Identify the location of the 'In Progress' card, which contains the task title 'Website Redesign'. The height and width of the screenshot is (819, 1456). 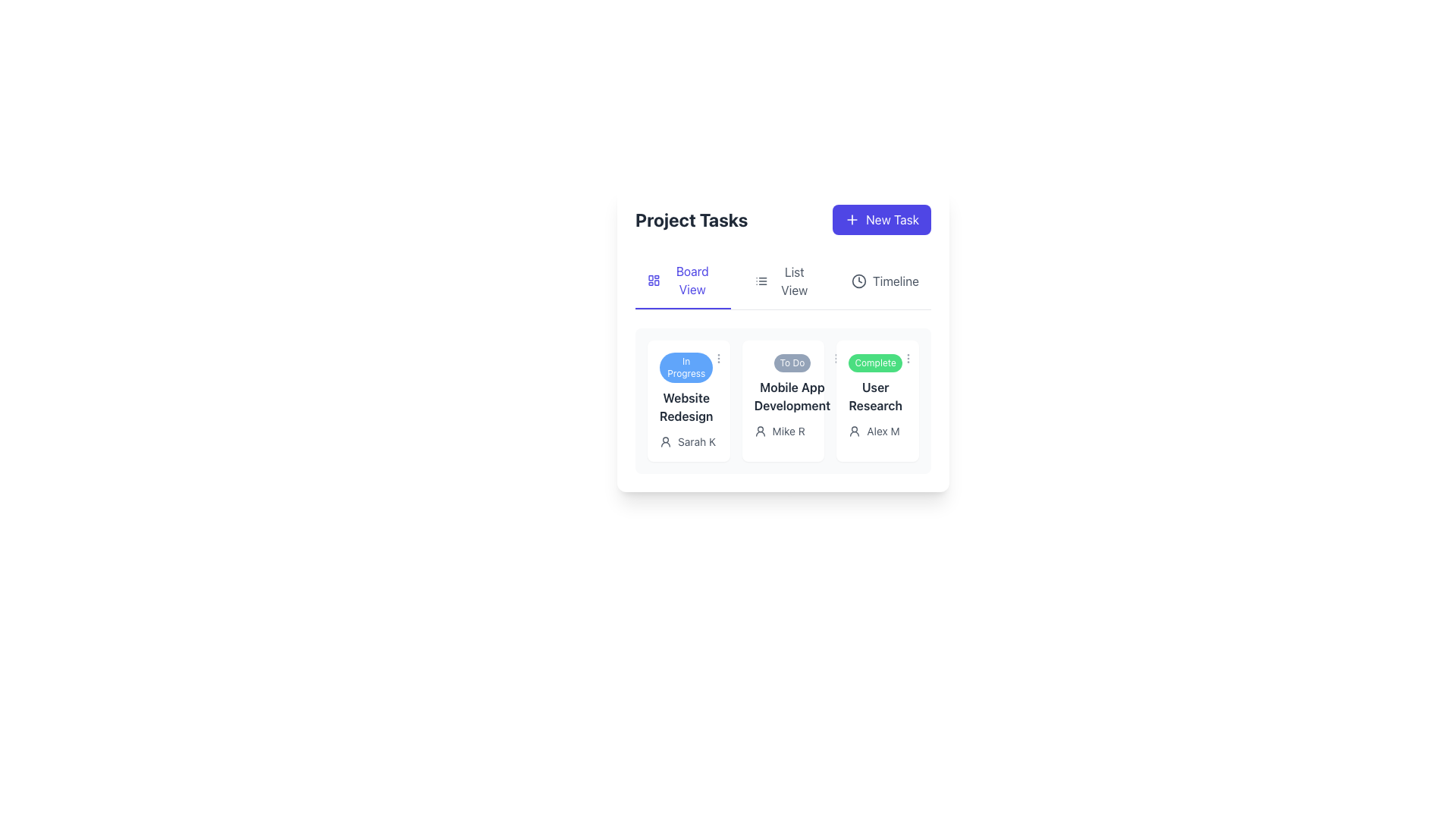
(686, 388).